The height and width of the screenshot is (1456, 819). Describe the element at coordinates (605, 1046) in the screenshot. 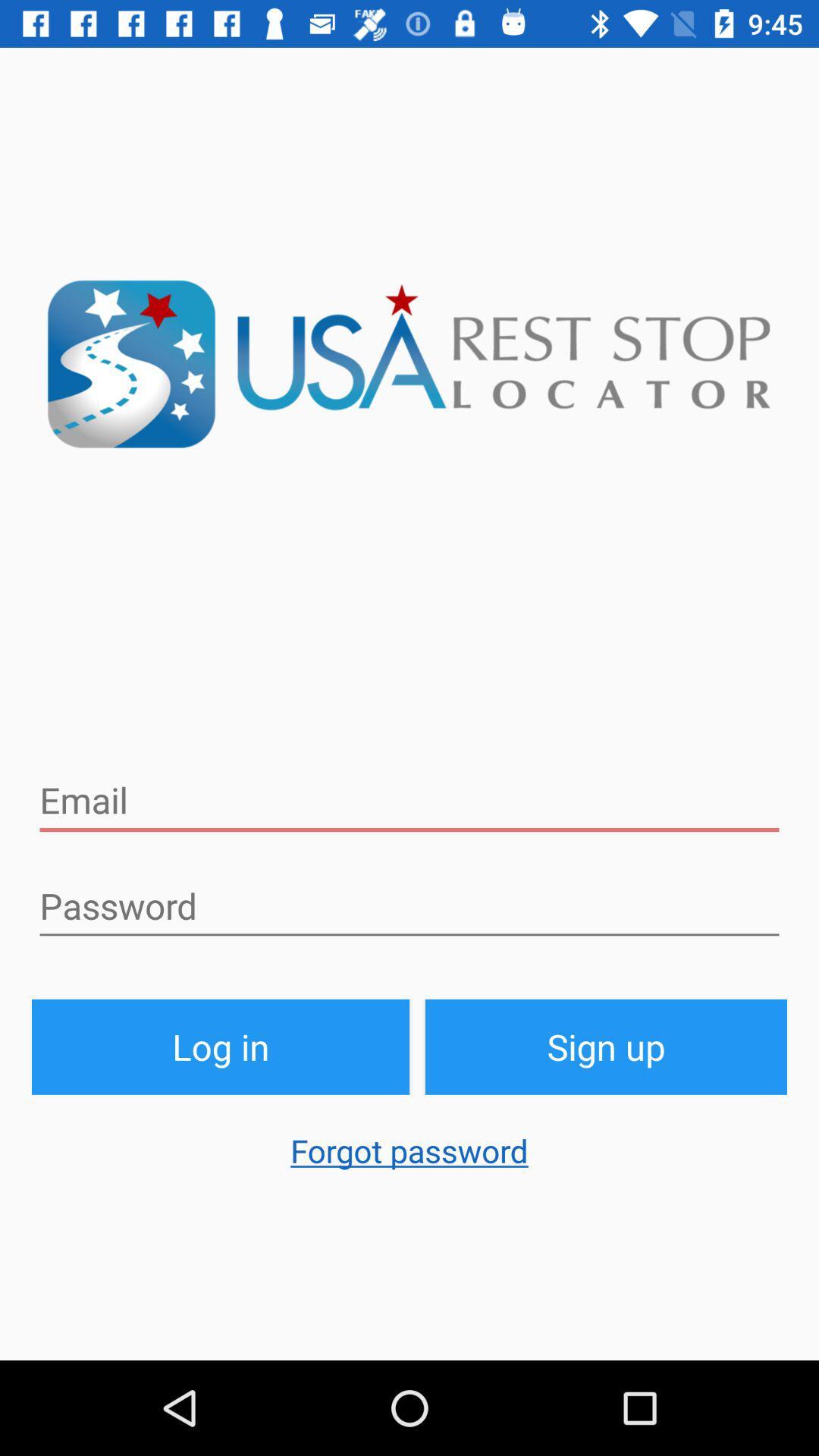

I see `the sign up` at that location.